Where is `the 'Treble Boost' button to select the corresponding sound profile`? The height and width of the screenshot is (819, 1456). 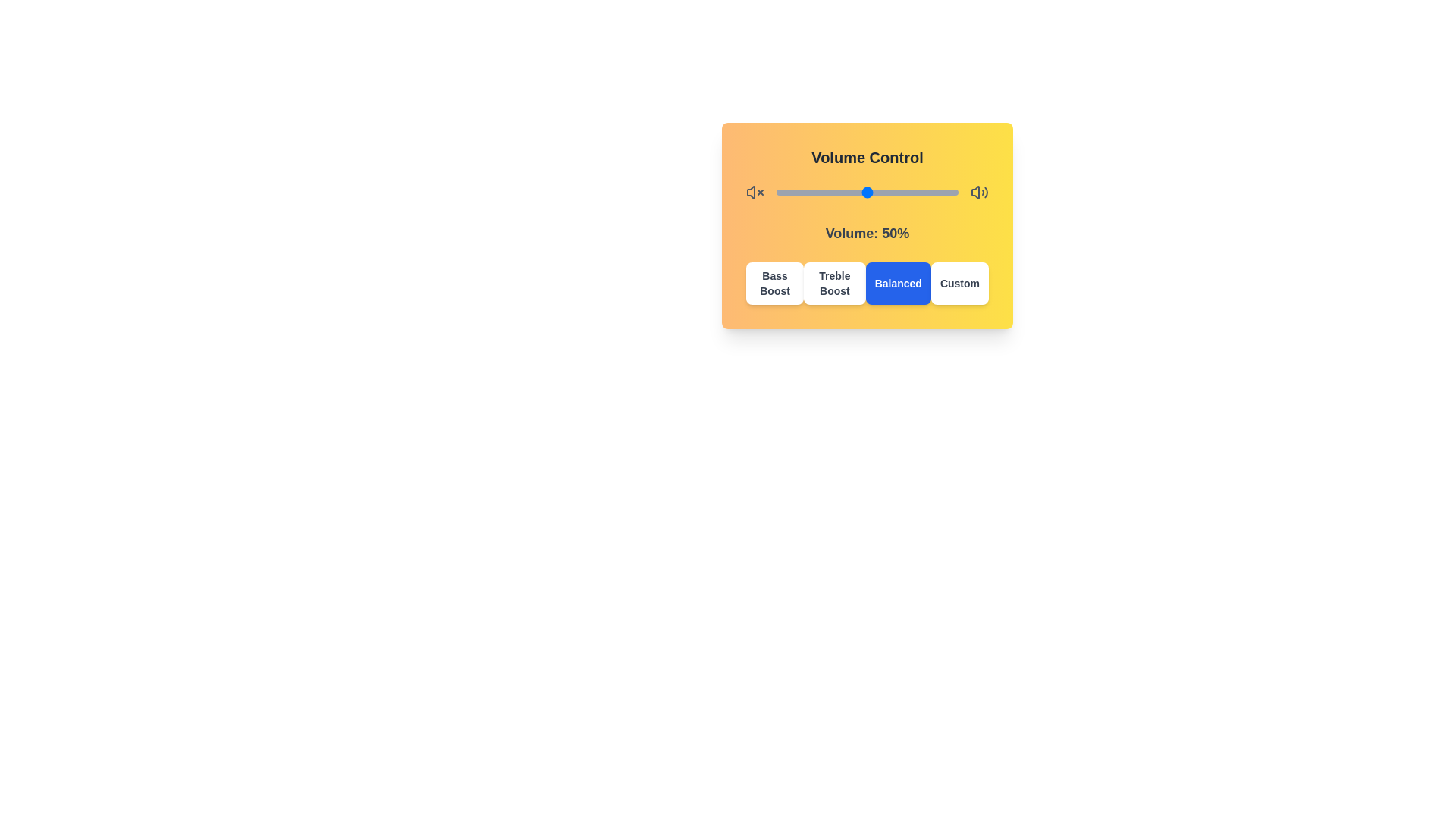 the 'Treble Boost' button to select the corresponding sound profile is located at coordinates (833, 284).